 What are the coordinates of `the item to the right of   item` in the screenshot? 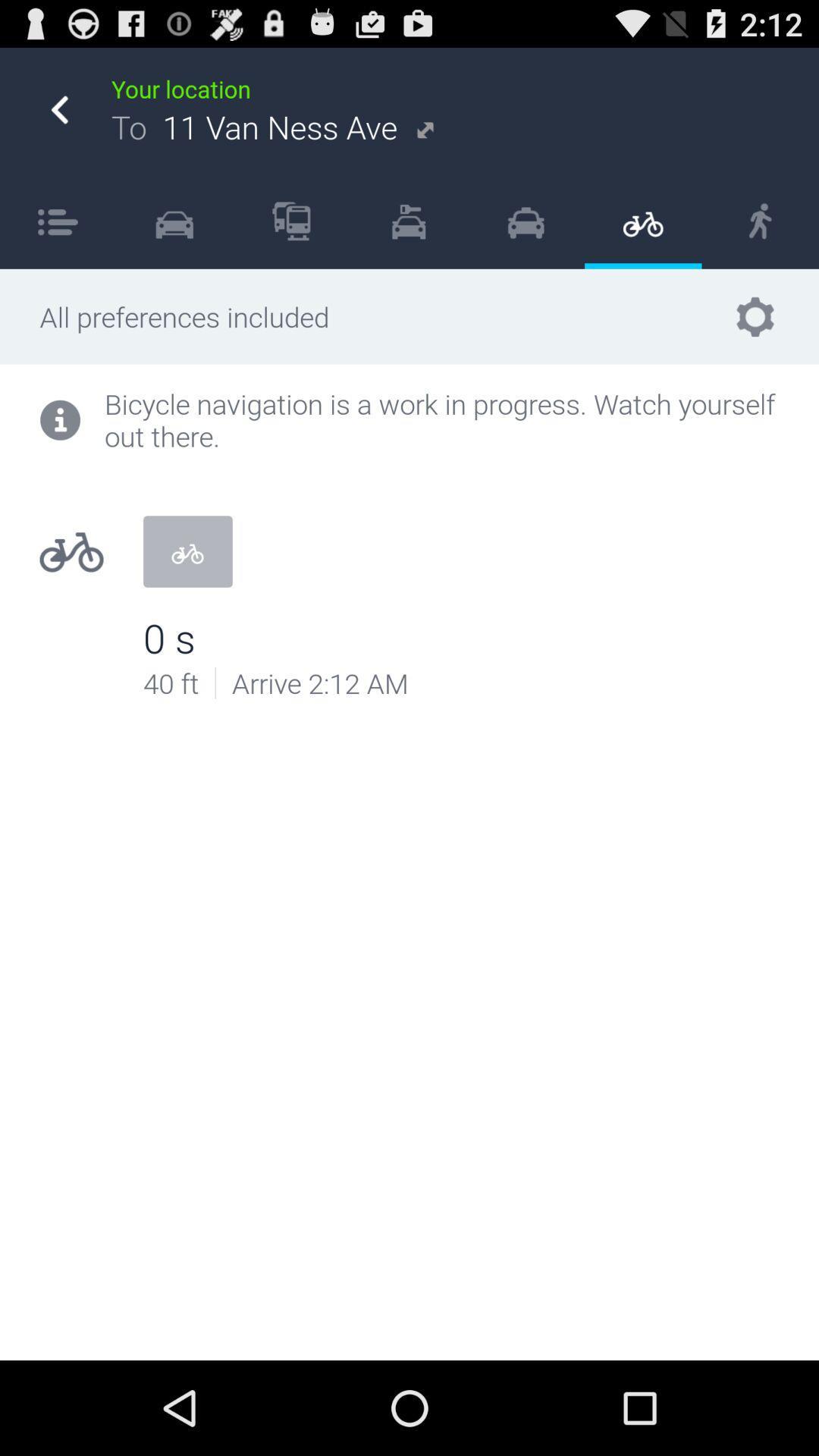 It's located at (174, 220).